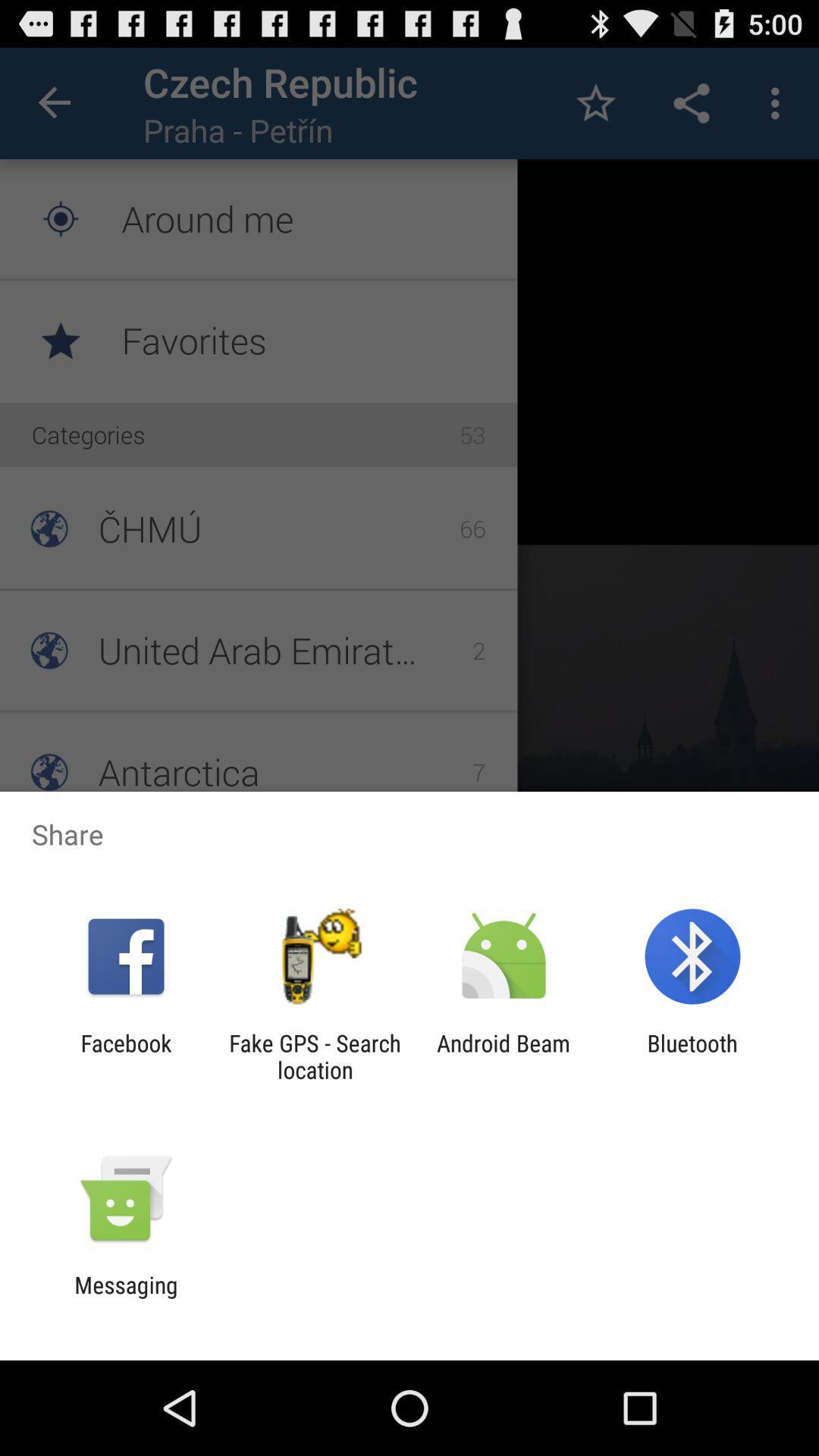 The width and height of the screenshot is (819, 1456). I want to click on item next to fake gps search, so click(125, 1056).